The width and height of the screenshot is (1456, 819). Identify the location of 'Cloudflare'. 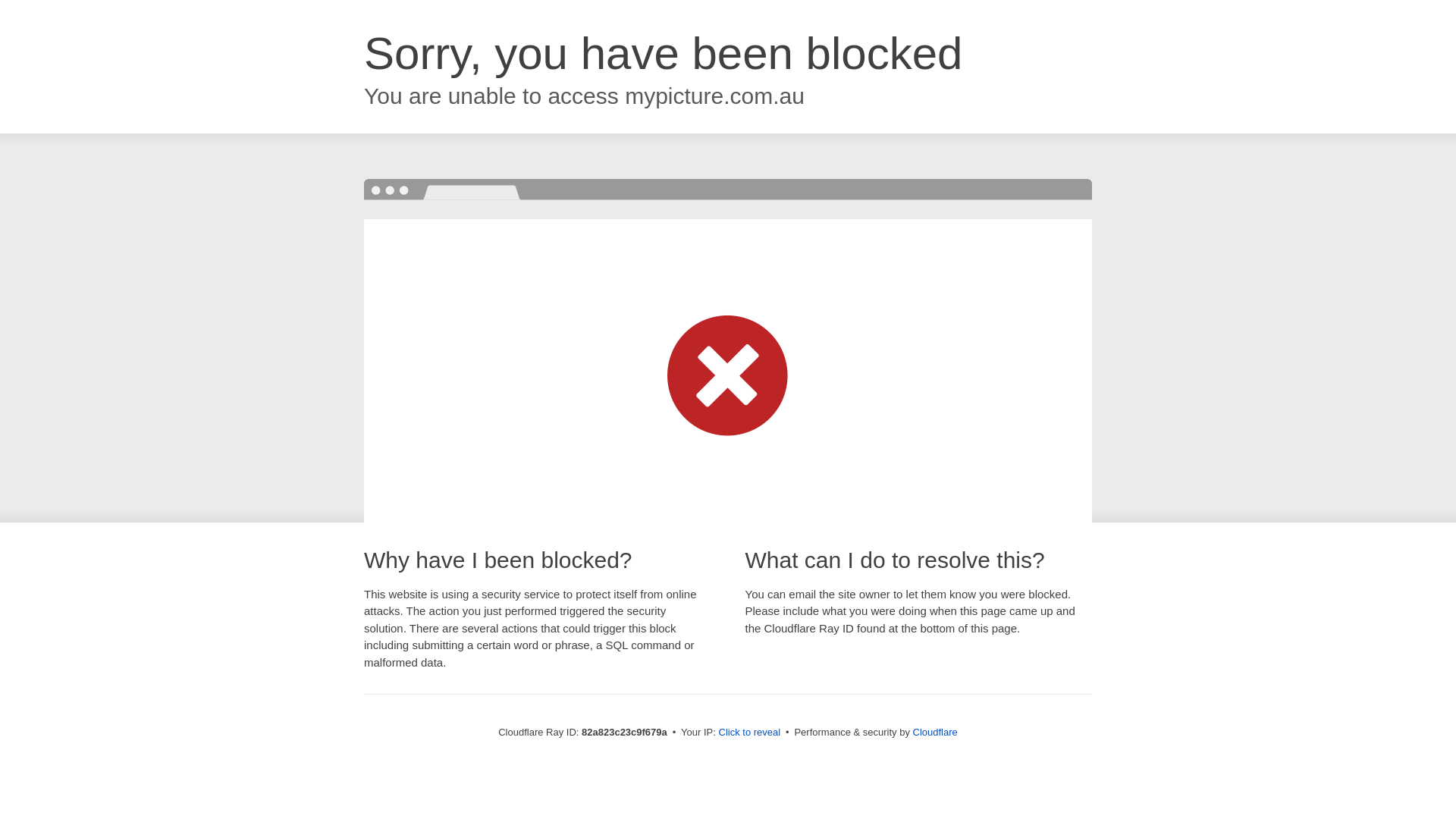
(934, 731).